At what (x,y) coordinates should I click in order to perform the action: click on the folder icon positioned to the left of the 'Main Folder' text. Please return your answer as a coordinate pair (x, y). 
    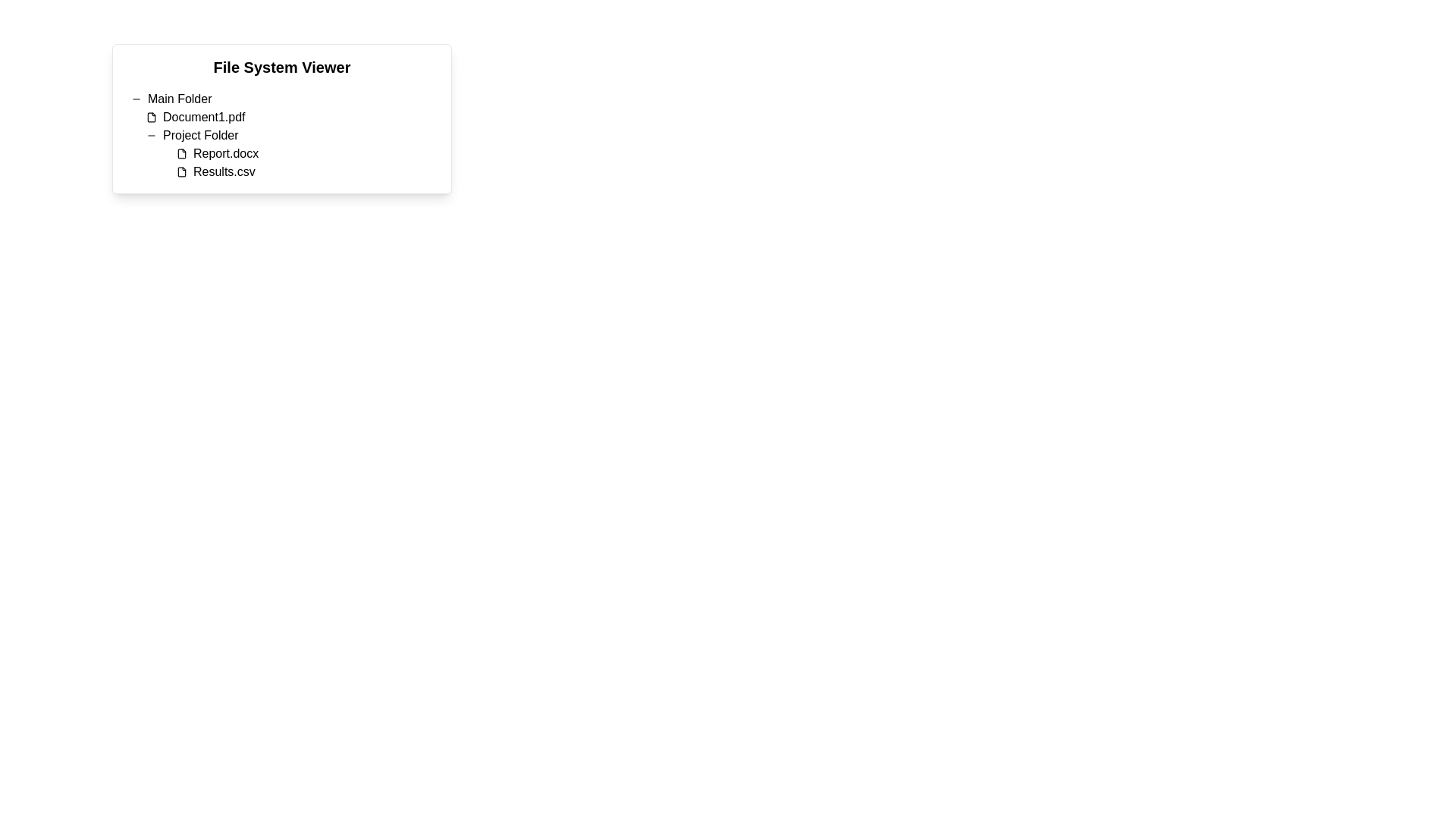
    Looking at the image, I should click on (136, 99).